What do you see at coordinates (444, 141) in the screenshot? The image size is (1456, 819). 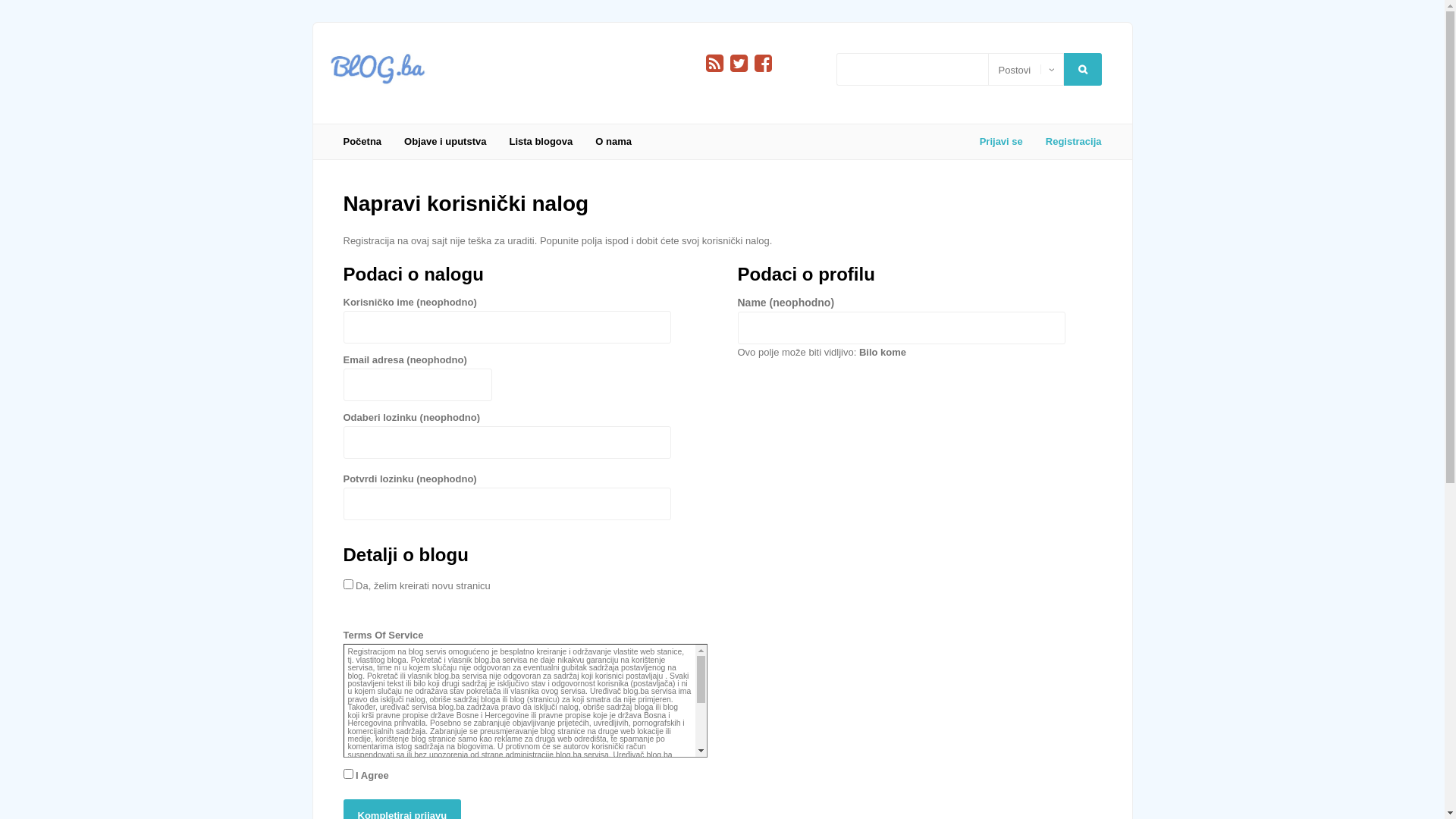 I see `'Objave i uputstva'` at bounding box center [444, 141].